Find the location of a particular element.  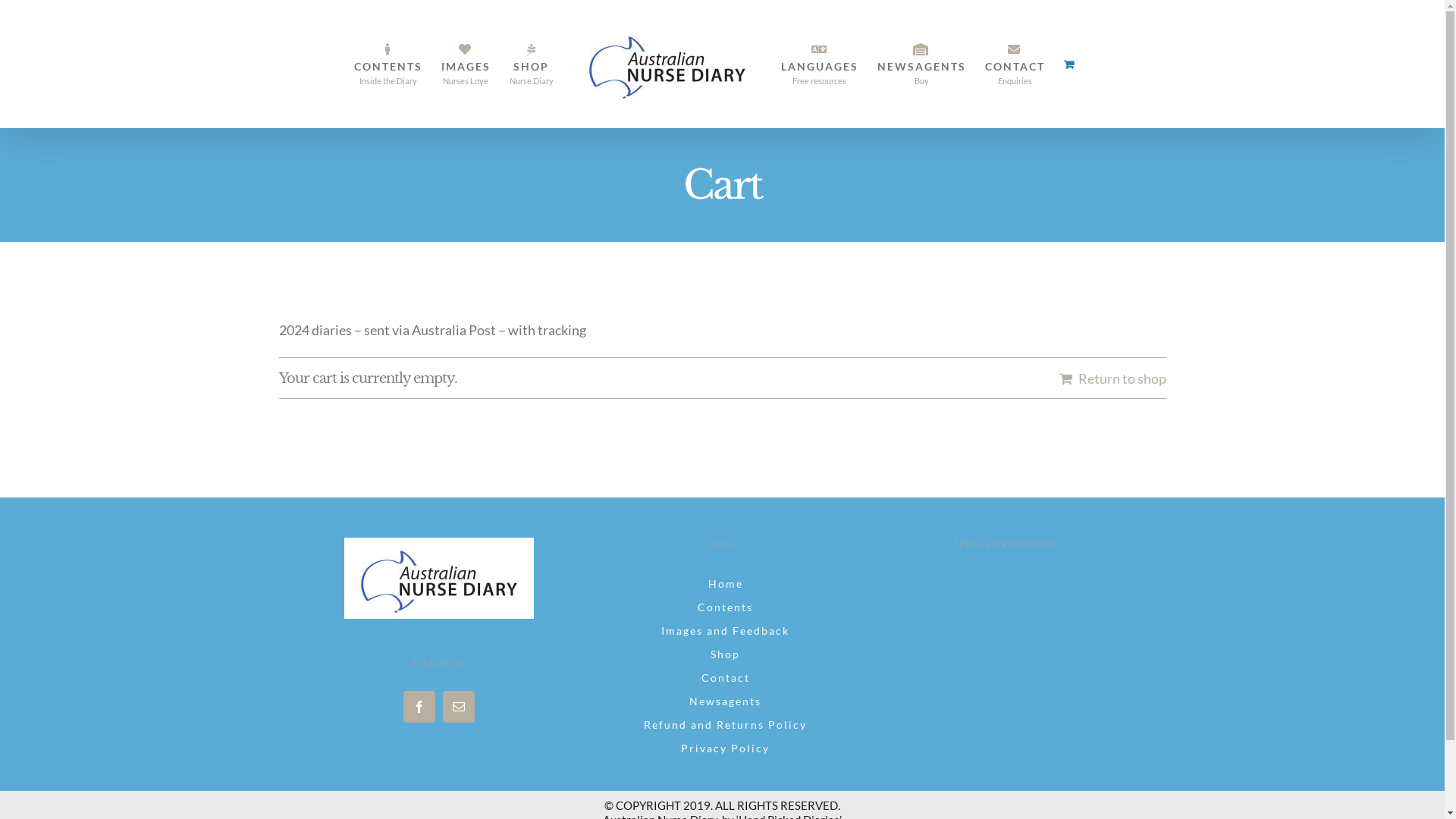

'Mail' is located at coordinates (442, 705).